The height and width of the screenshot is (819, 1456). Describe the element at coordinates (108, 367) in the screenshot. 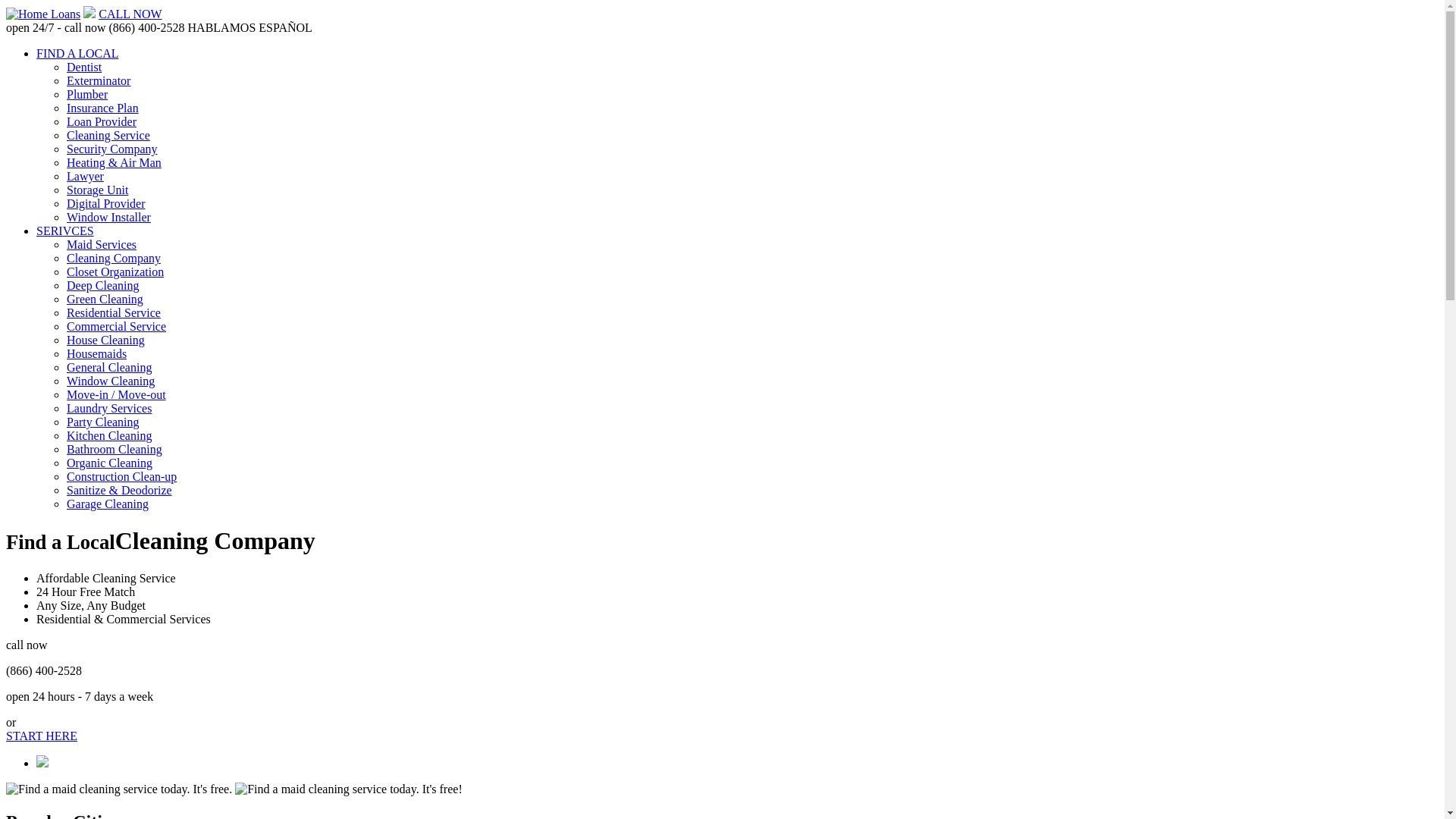

I see `'General Cleaning'` at that location.